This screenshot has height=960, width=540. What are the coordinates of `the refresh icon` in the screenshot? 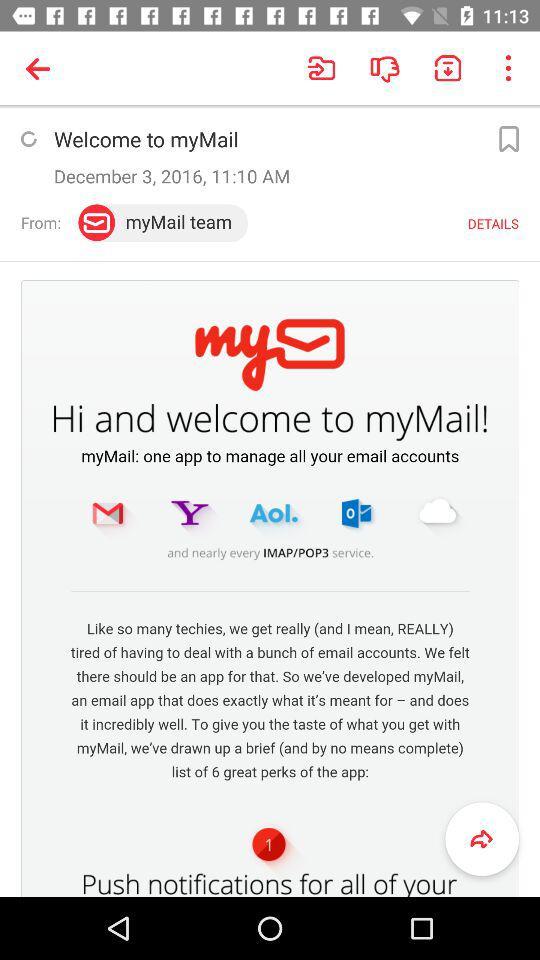 It's located at (27, 138).